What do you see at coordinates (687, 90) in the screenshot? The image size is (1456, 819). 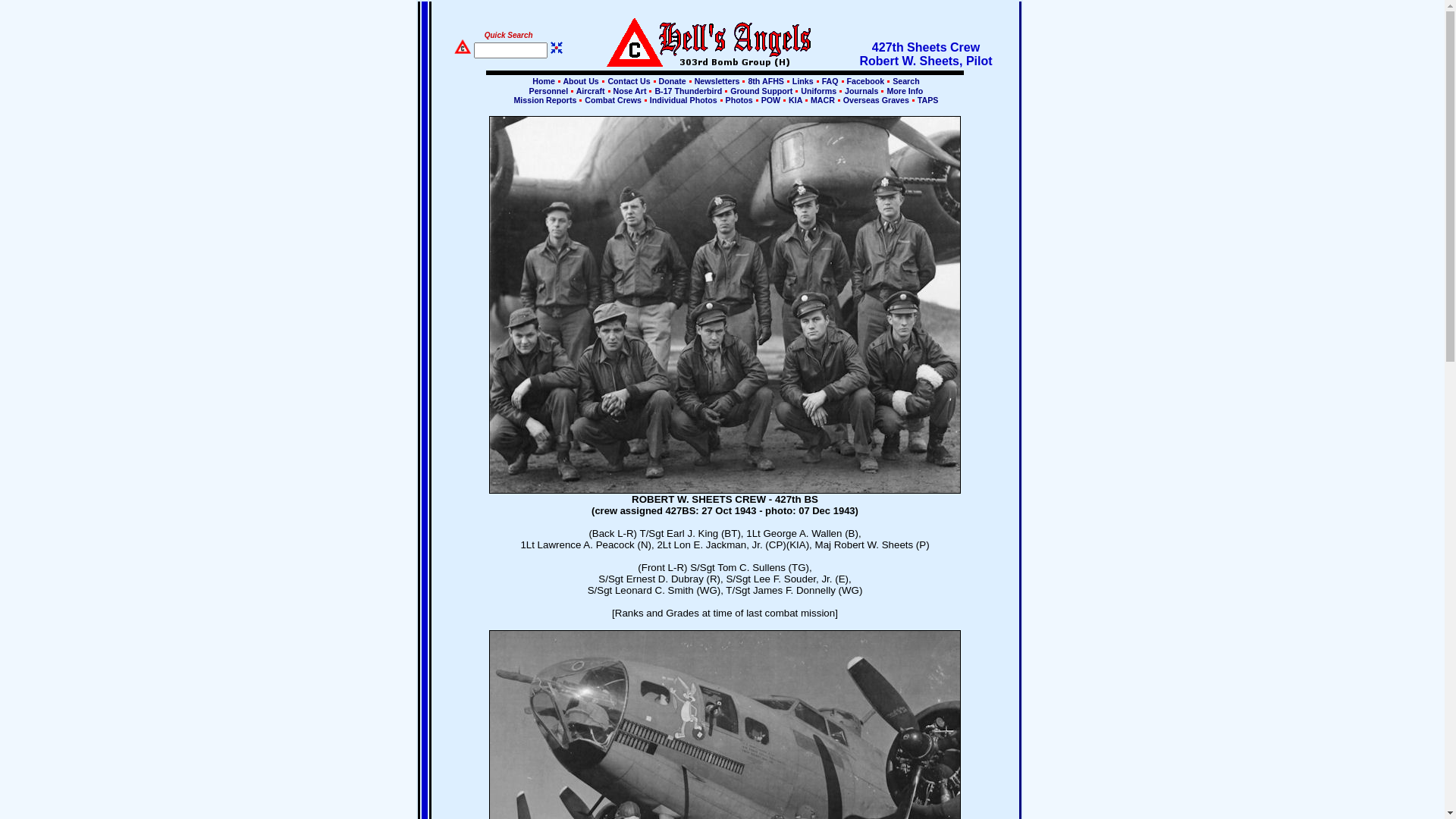 I see `'B-17 Thunderbird'` at bounding box center [687, 90].